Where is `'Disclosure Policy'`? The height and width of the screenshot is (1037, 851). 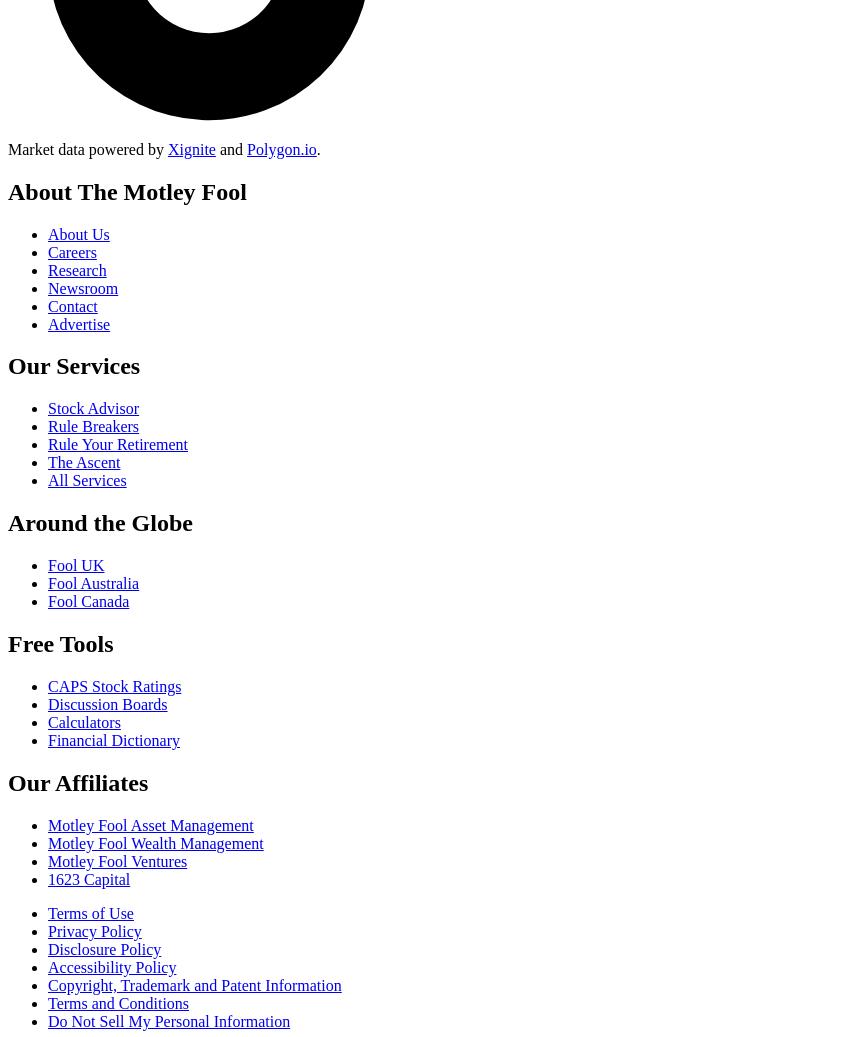 'Disclosure Policy' is located at coordinates (47, 948).